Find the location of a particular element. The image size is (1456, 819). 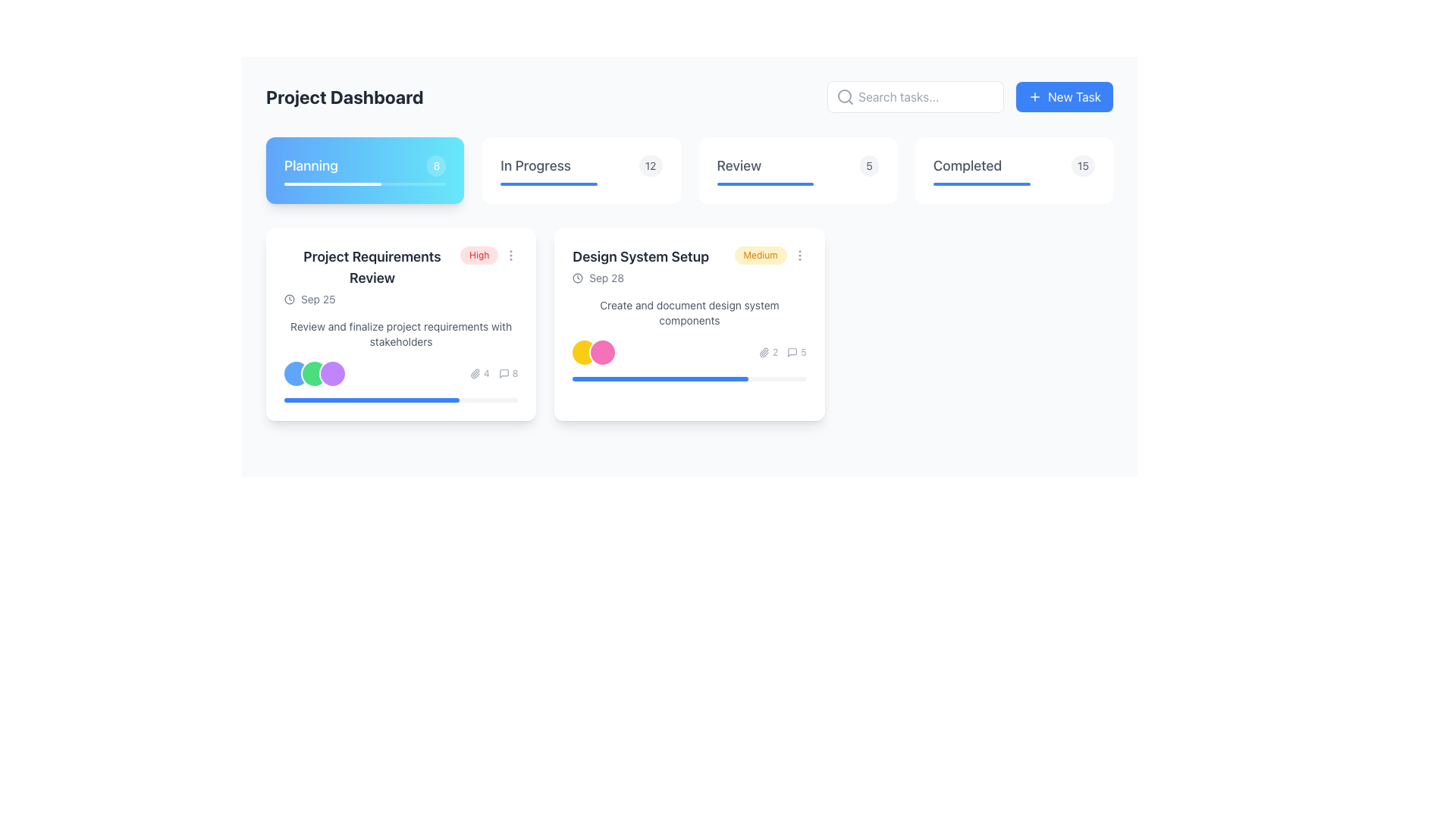

the circular avatar with a pink background and white ring, which is the second avatar in a row at the bottom of the 'Design System Setup' card is located at coordinates (602, 353).